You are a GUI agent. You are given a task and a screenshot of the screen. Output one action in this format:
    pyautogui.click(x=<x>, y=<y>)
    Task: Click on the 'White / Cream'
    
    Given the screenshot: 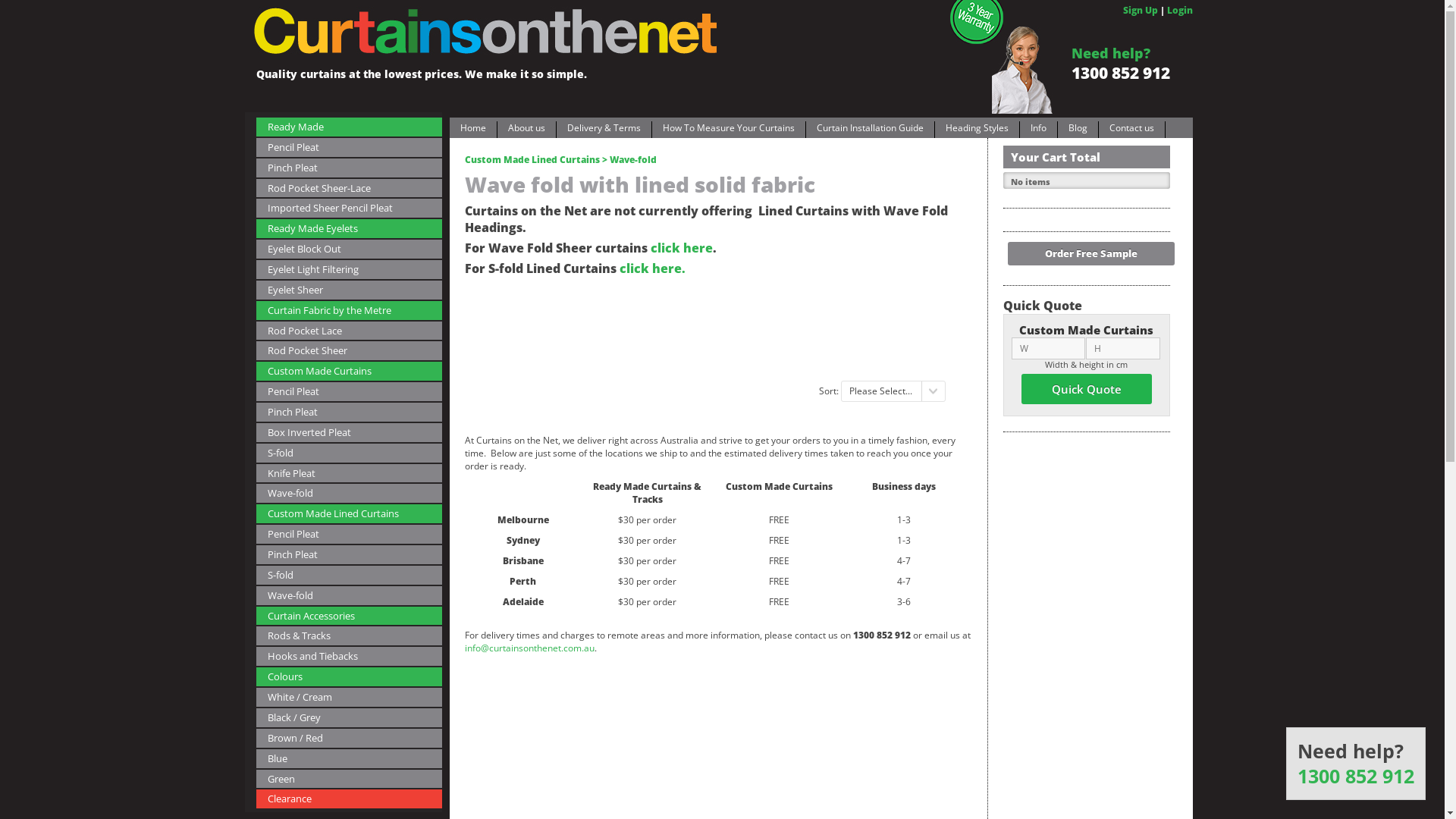 What is the action you would take?
    pyautogui.click(x=348, y=697)
    